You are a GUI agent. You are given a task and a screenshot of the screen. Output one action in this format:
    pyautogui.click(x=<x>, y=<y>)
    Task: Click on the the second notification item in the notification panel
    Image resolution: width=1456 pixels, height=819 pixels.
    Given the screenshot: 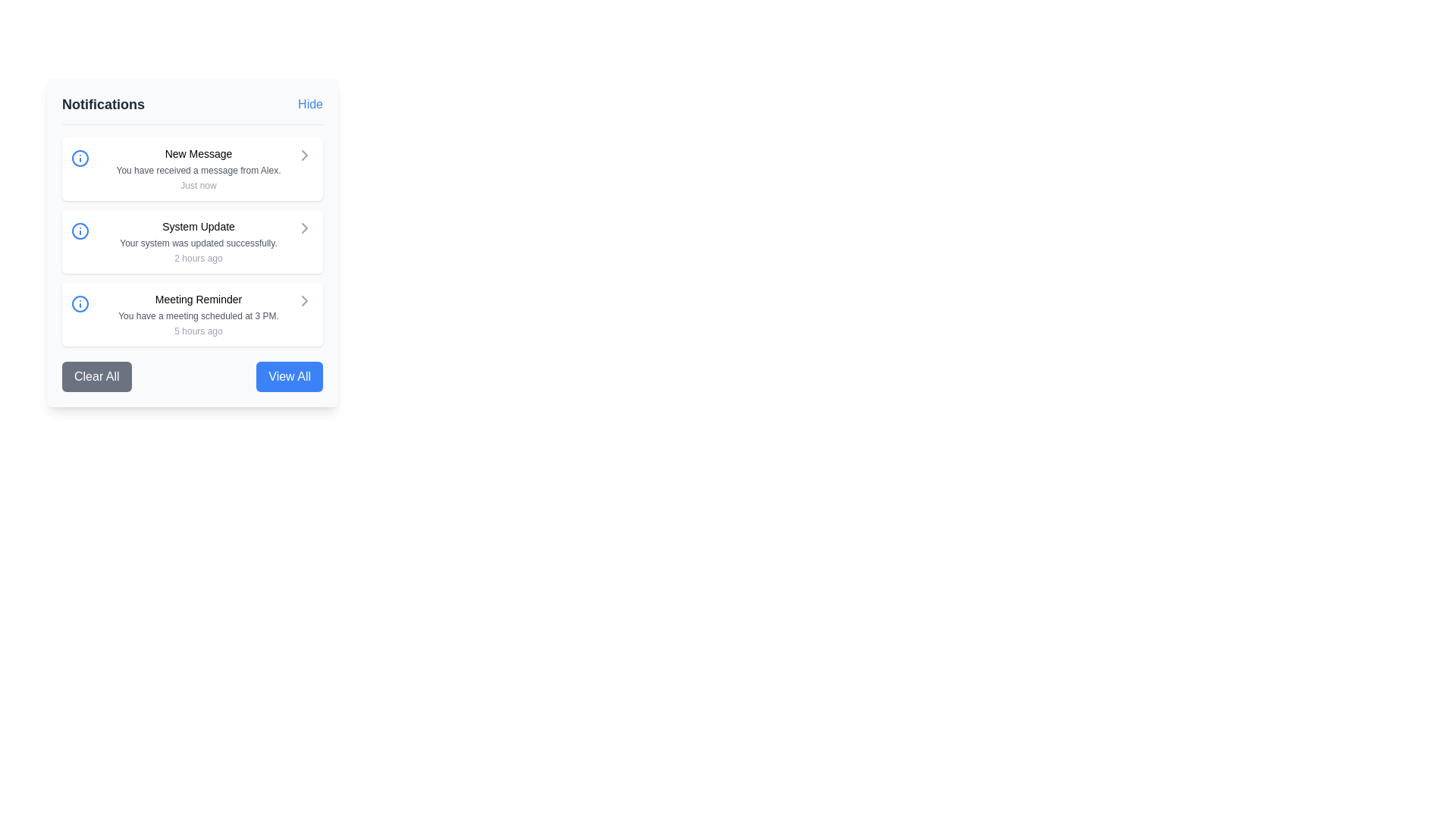 What is the action you would take?
    pyautogui.click(x=198, y=241)
    